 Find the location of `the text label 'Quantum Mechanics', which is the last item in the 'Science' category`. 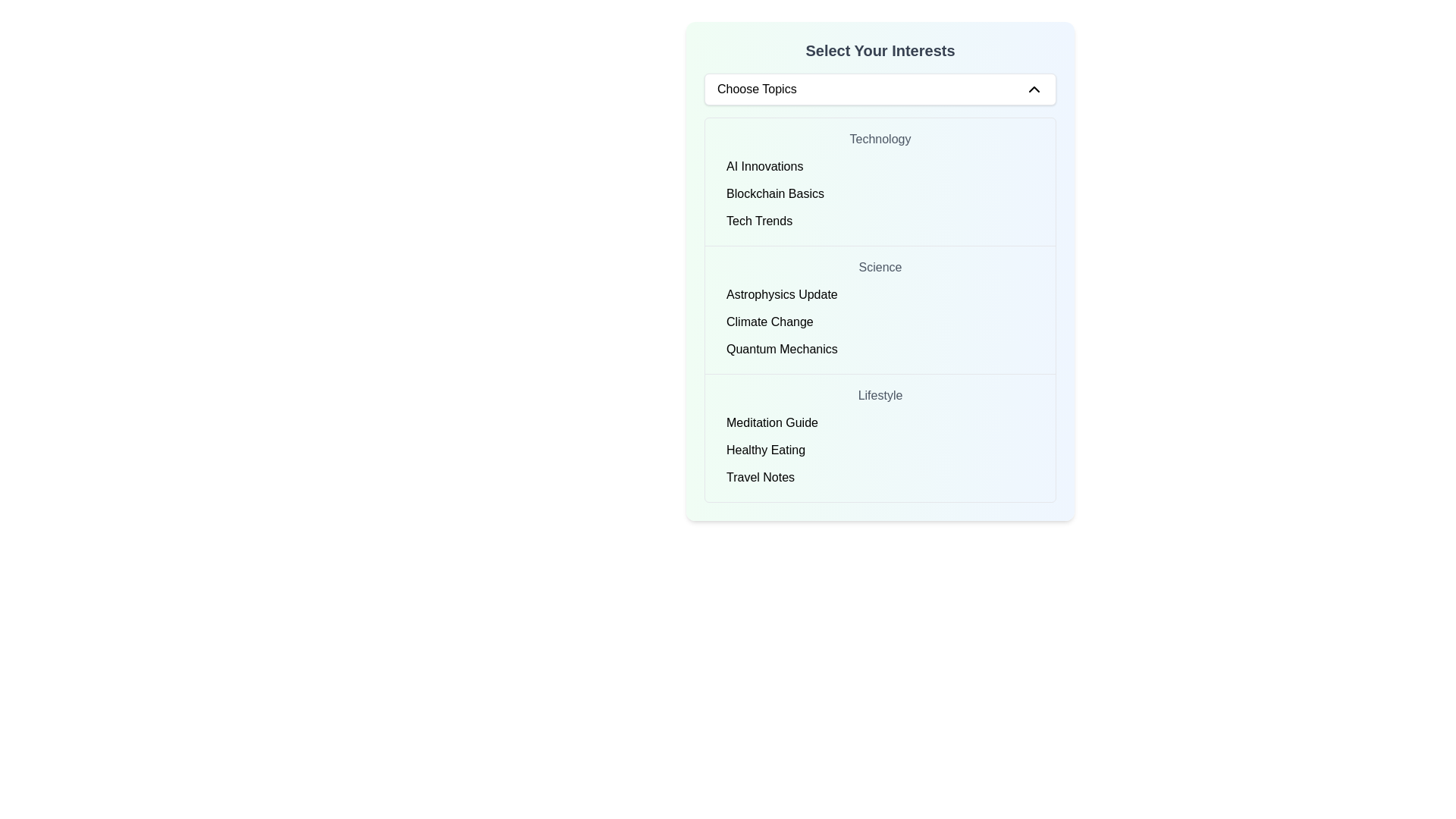

the text label 'Quantum Mechanics', which is the last item in the 'Science' category is located at coordinates (782, 350).